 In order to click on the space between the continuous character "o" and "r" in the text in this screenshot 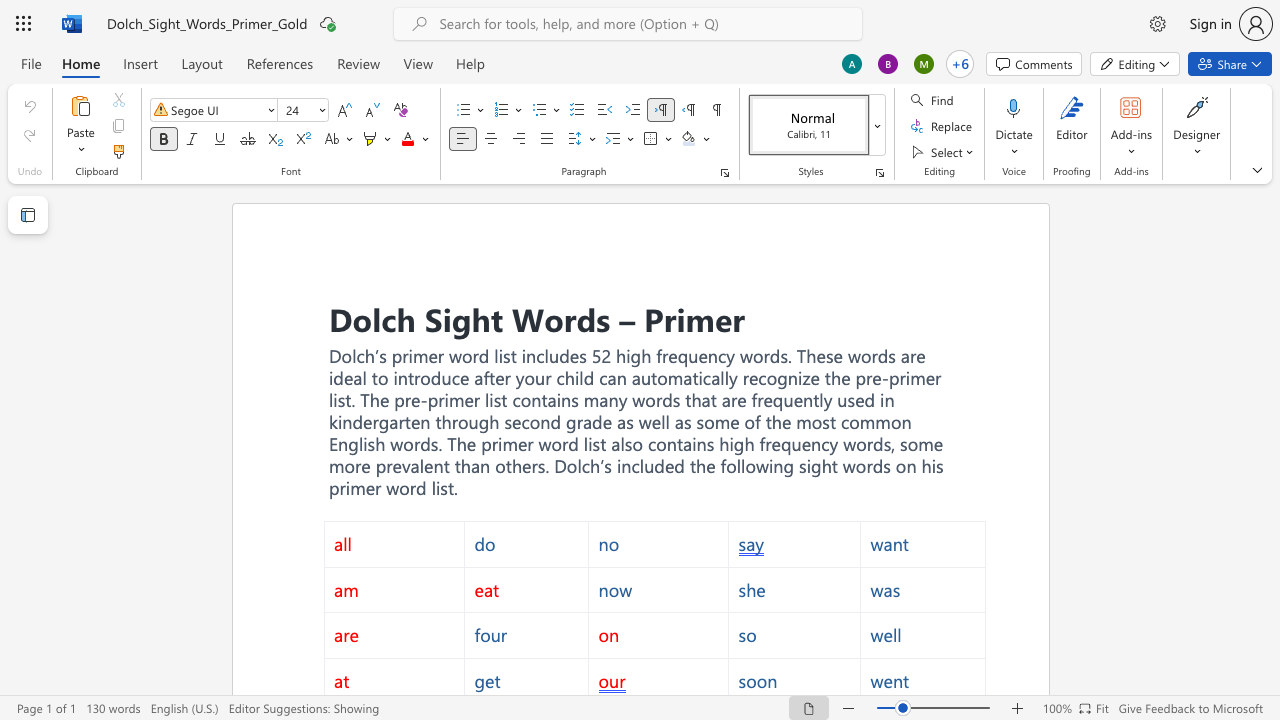, I will do `click(654, 400)`.